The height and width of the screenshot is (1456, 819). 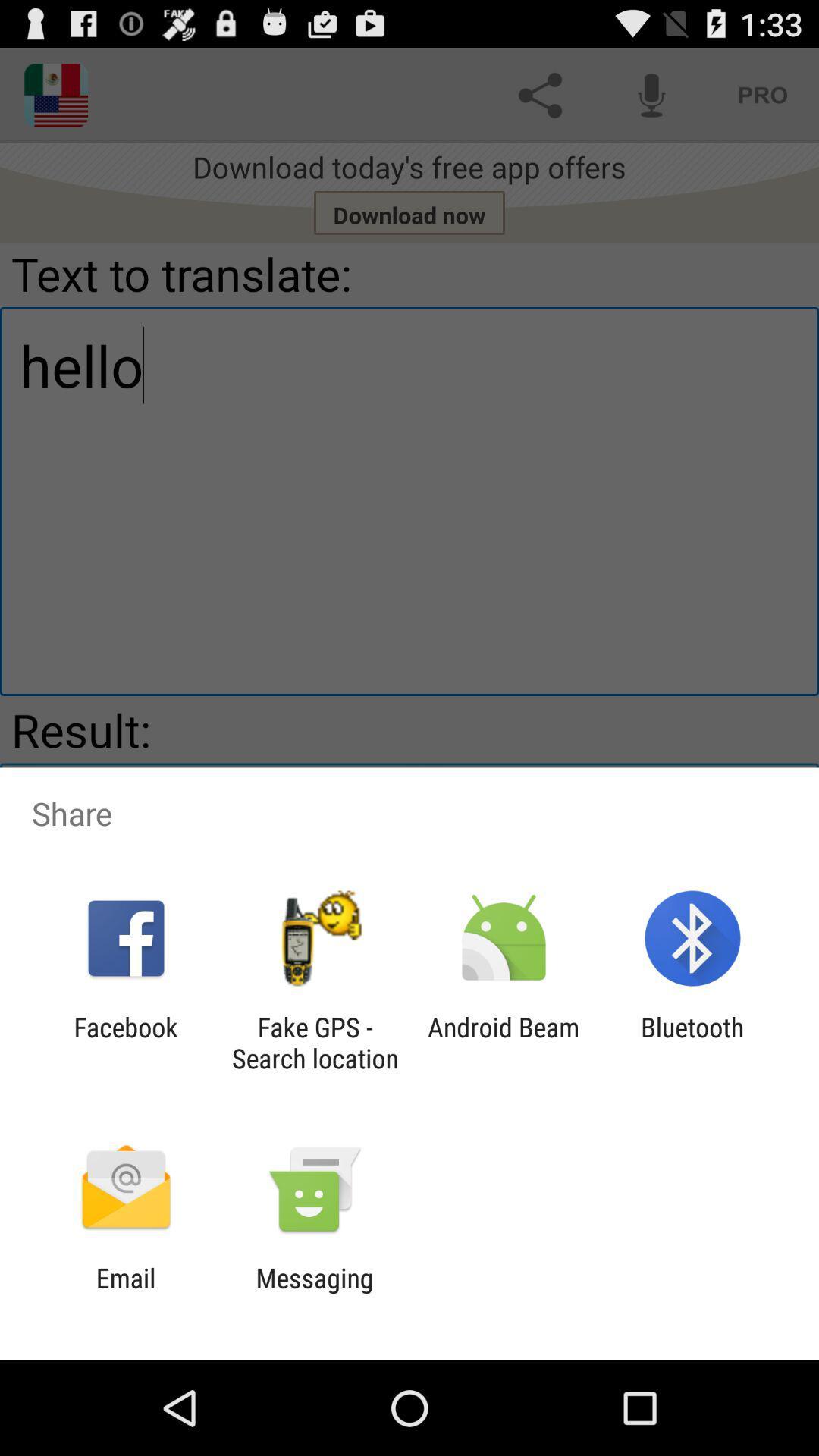 What do you see at coordinates (692, 1042) in the screenshot?
I see `item at the bottom right corner` at bounding box center [692, 1042].